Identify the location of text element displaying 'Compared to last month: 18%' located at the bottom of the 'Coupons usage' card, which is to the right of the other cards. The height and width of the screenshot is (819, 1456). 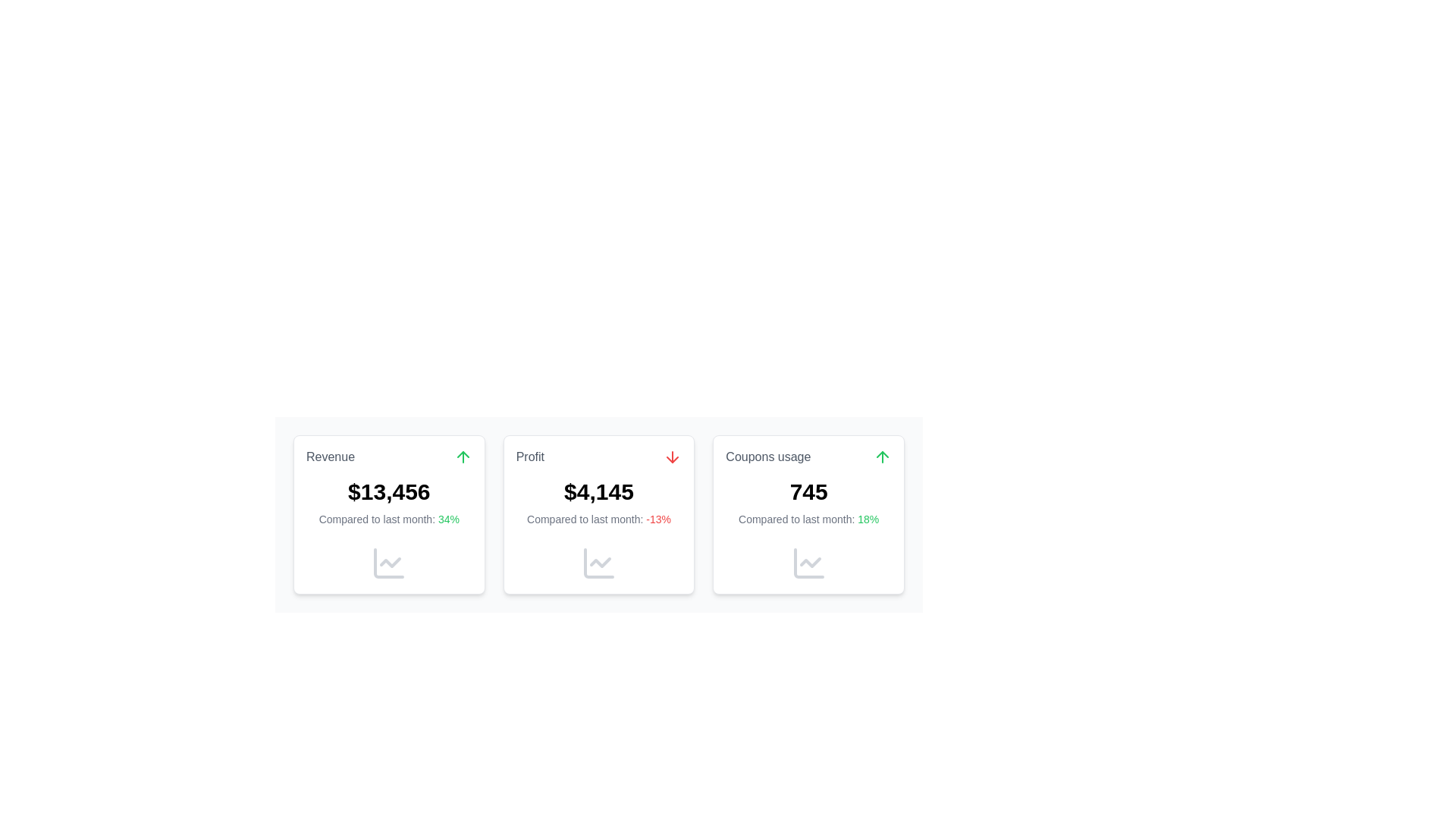
(808, 519).